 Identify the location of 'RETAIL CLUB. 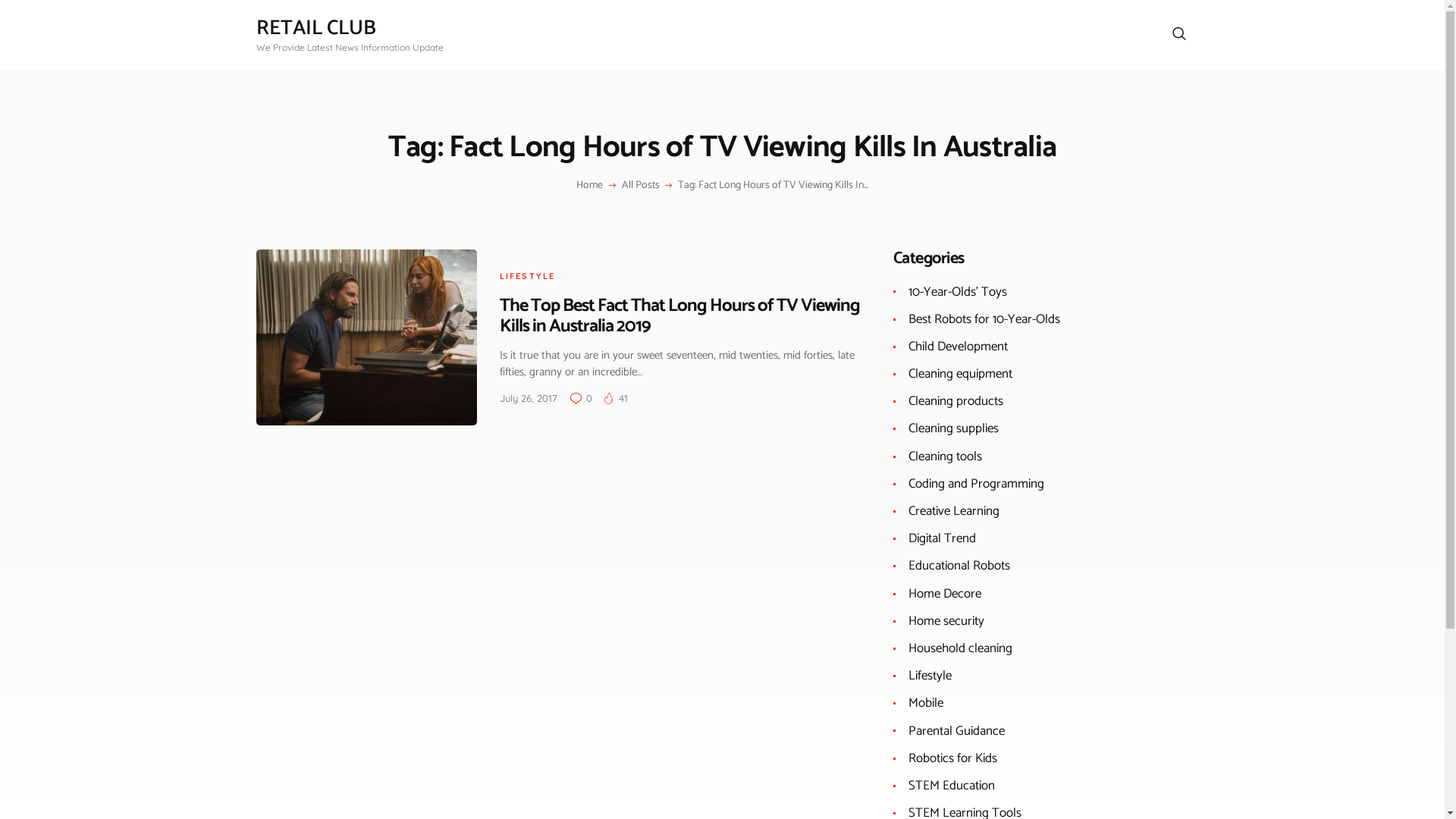
(256, 34).